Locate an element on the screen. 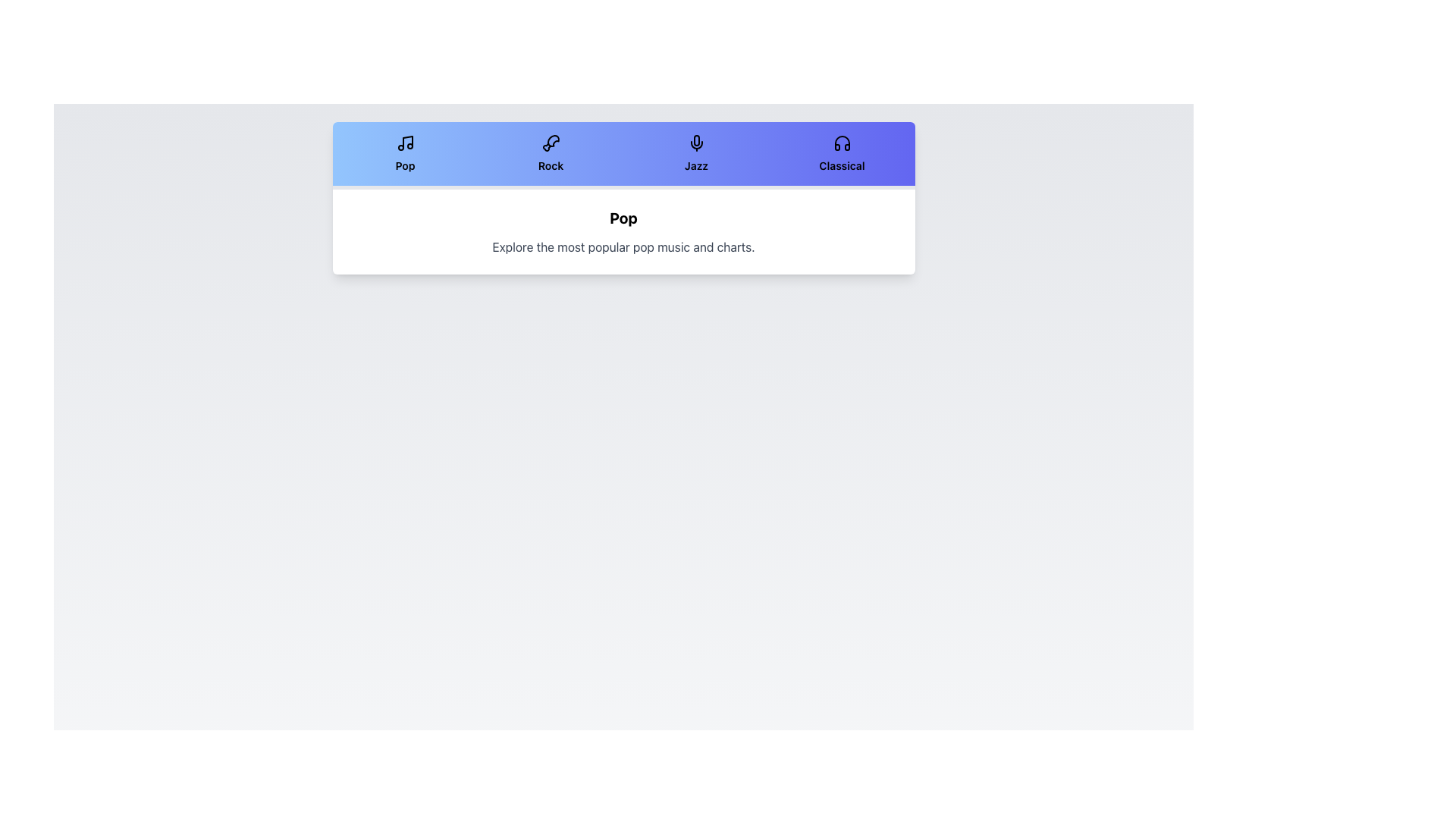 This screenshot has width=1456, height=819. the headphones icon styled as an SVG graphic with a black outline, located above the label 'Classical' is located at coordinates (841, 143).